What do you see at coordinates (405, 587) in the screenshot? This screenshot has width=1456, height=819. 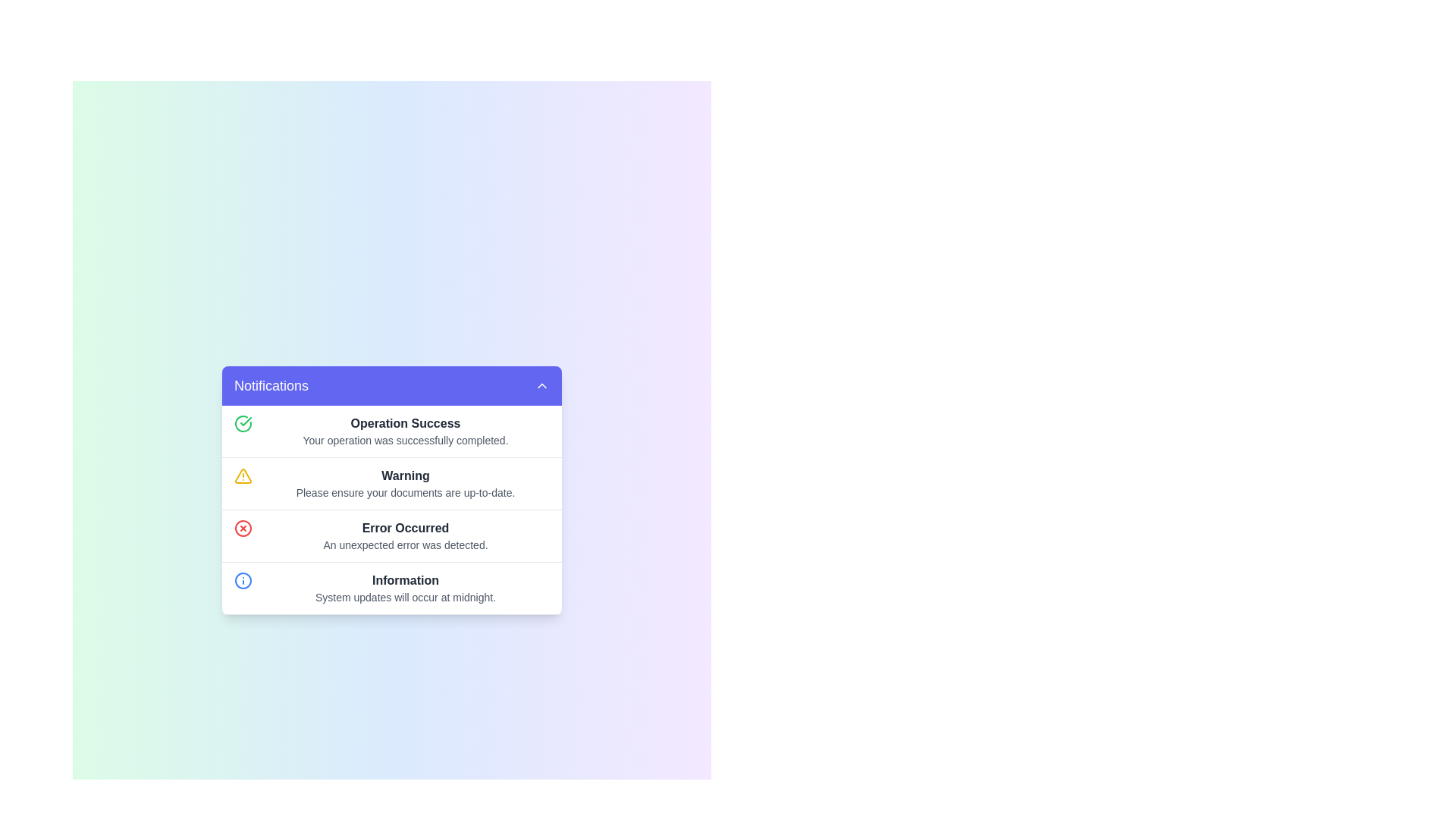 I see `the fourth item in the Notifications panel that provides information about a scheduled update occurring at midnight` at bounding box center [405, 587].